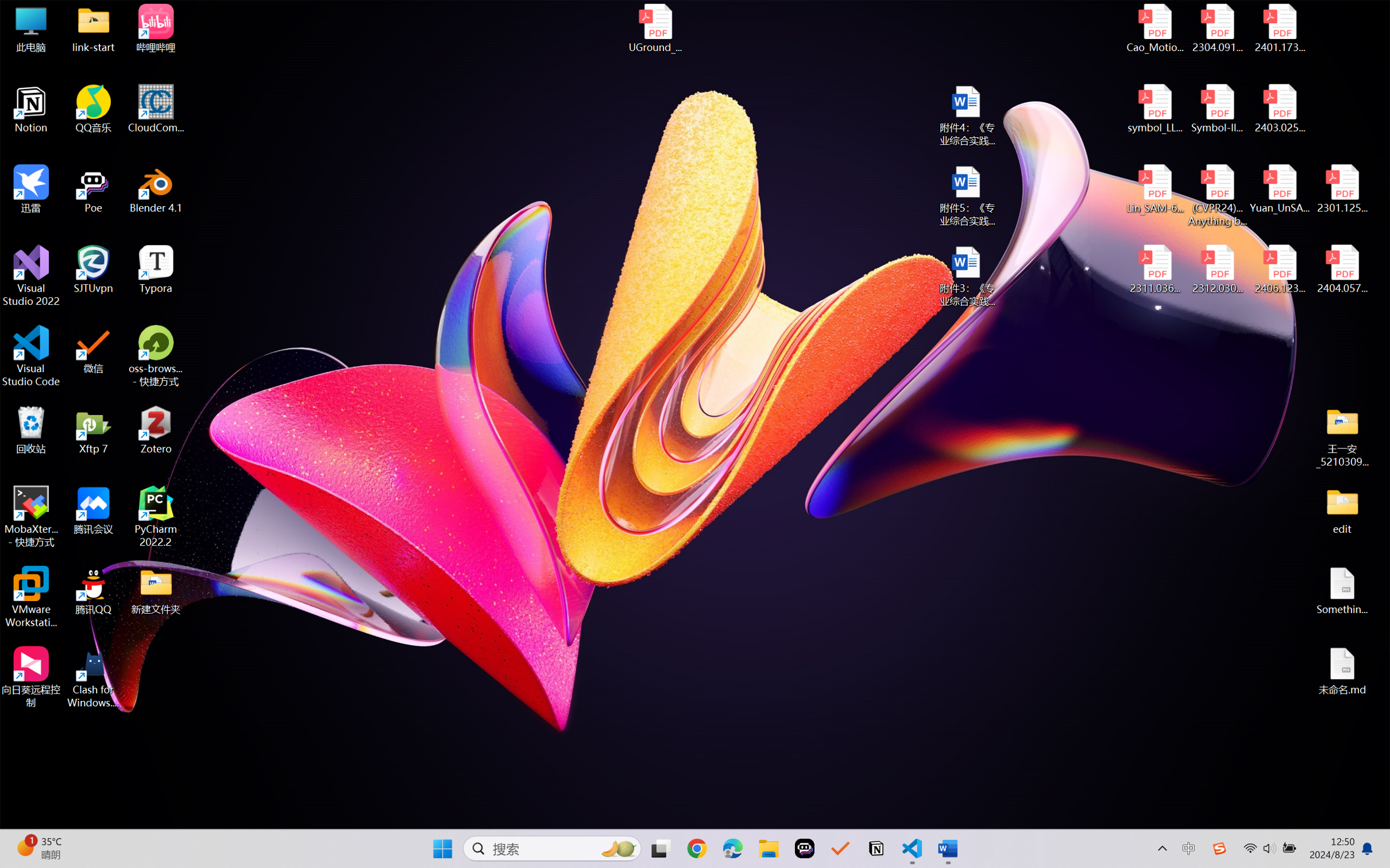 Image resolution: width=1390 pixels, height=868 pixels. What do you see at coordinates (1217, 195) in the screenshot?
I see `'(CVPR24)Matching Anything by Segmenting Anything.pdf'` at bounding box center [1217, 195].